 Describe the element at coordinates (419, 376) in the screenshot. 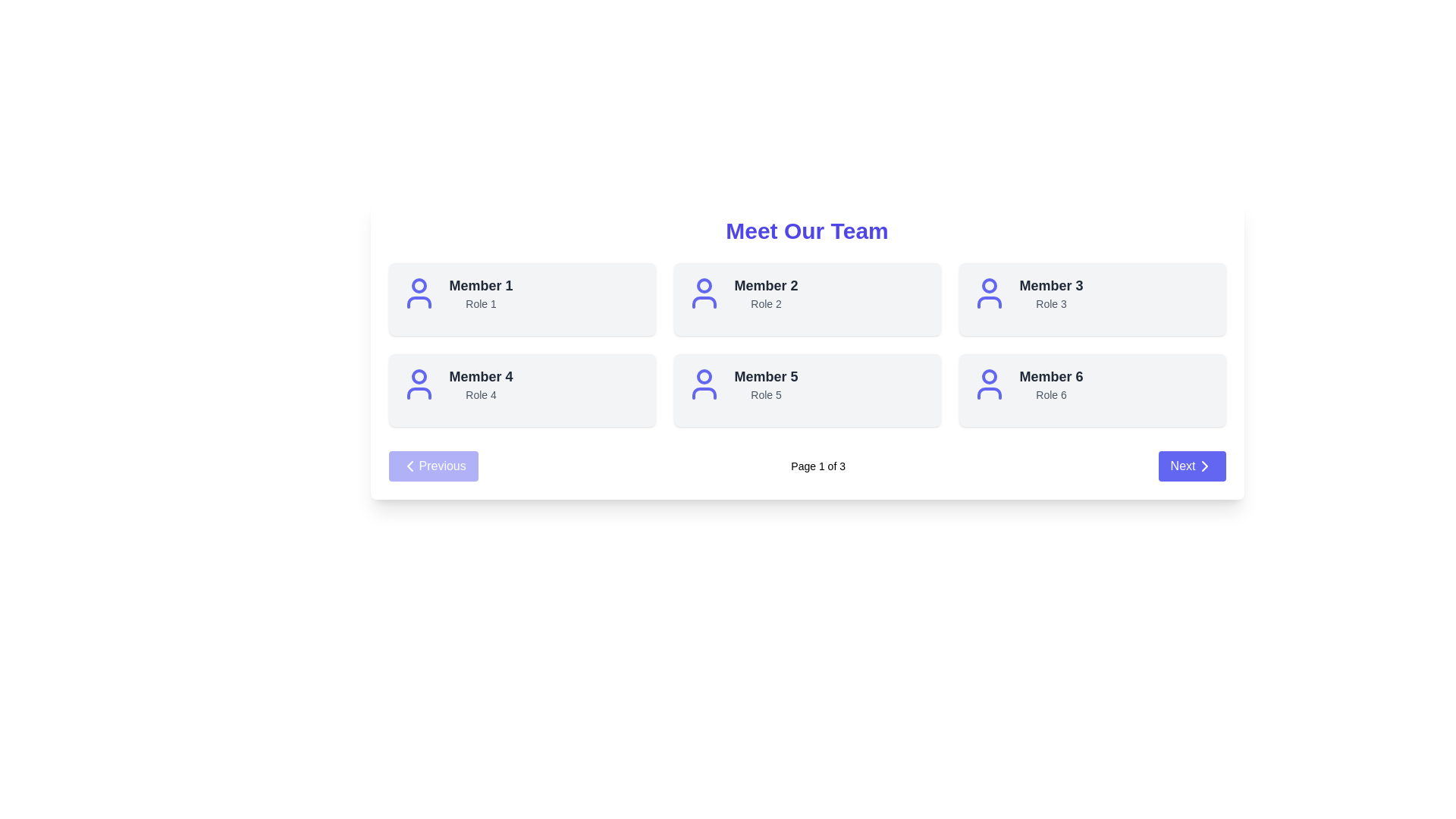

I see `the small circular graphic element inside the user profile icon for 'Member 4.'` at that location.